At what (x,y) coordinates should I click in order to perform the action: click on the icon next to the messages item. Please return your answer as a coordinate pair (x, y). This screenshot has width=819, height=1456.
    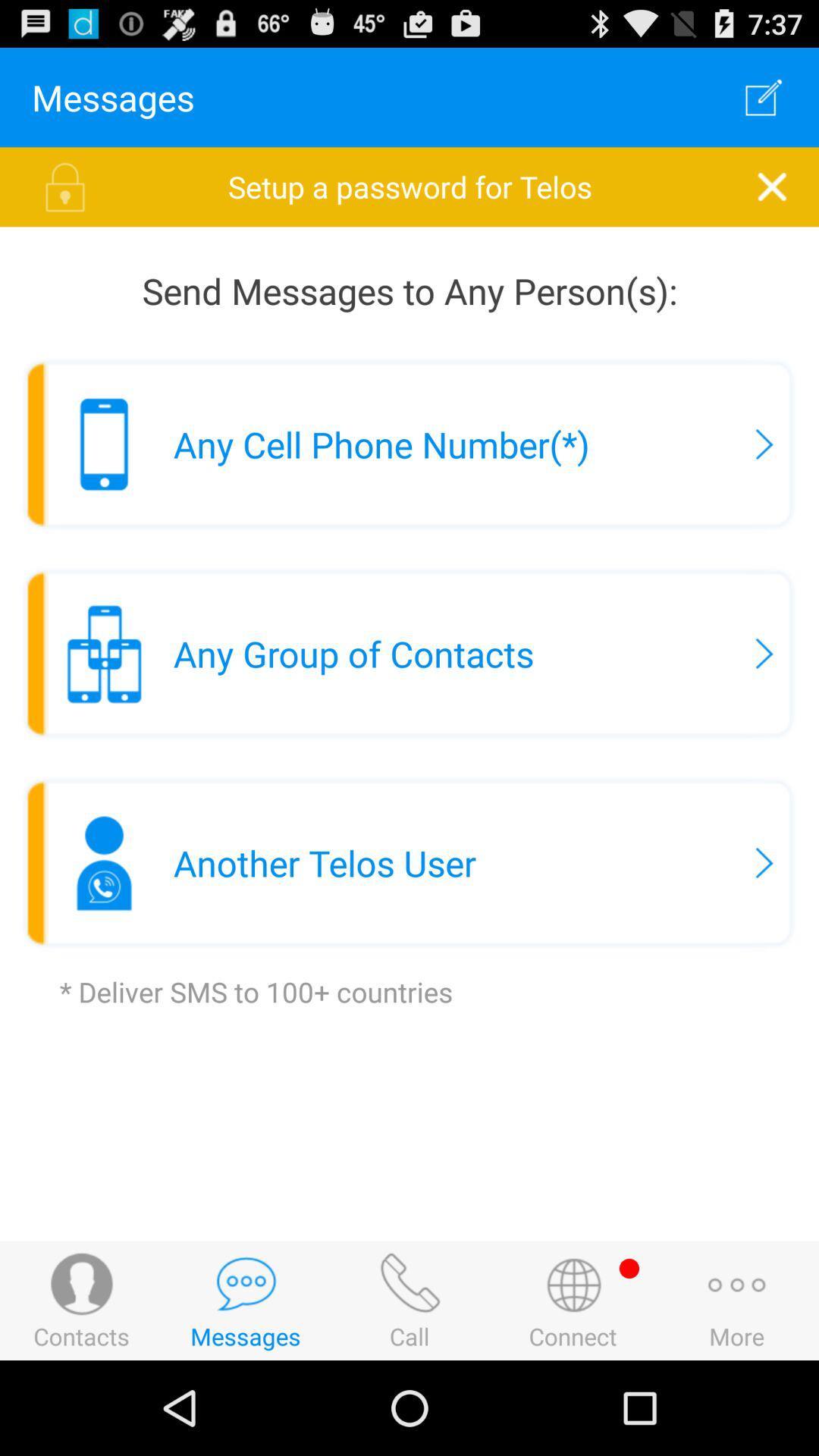
    Looking at the image, I should click on (764, 96).